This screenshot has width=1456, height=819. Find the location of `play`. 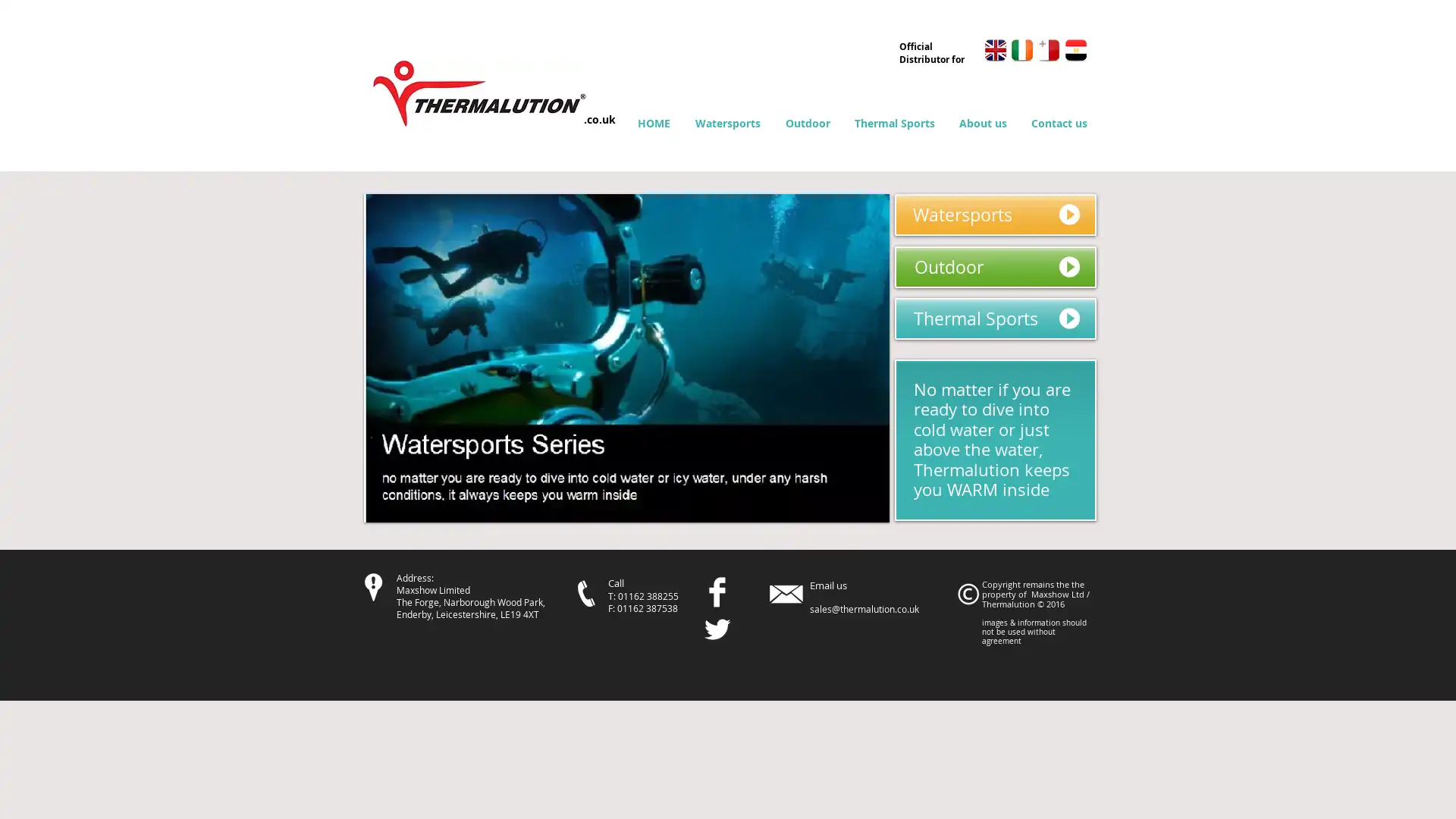

play is located at coordinates (855, 509).